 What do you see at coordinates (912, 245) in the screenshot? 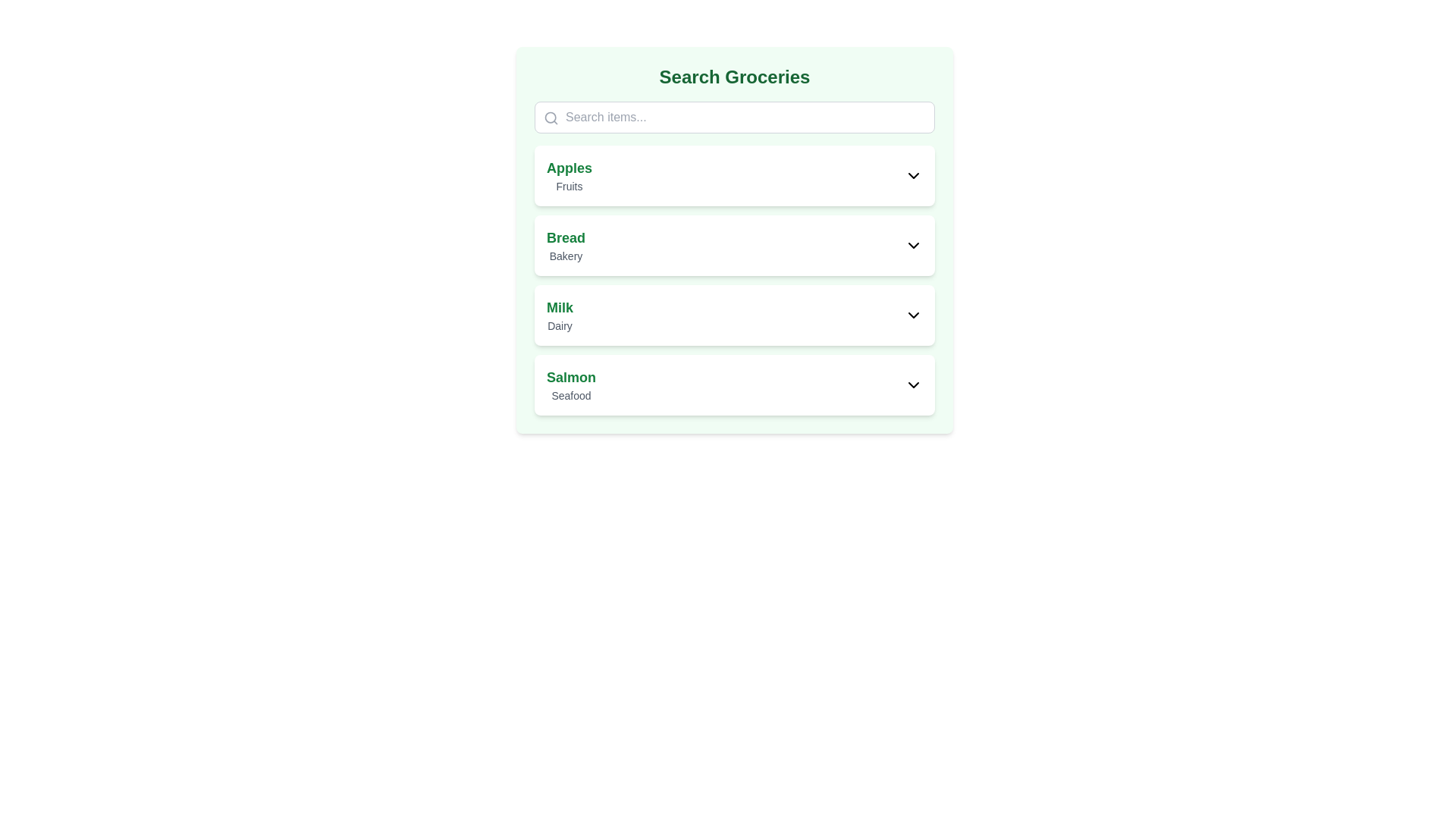
I see `the Chevron-Down icon next to the 'BreadBakery' text in the 'Search Groceries' interface` at bounding box center [912, 245].